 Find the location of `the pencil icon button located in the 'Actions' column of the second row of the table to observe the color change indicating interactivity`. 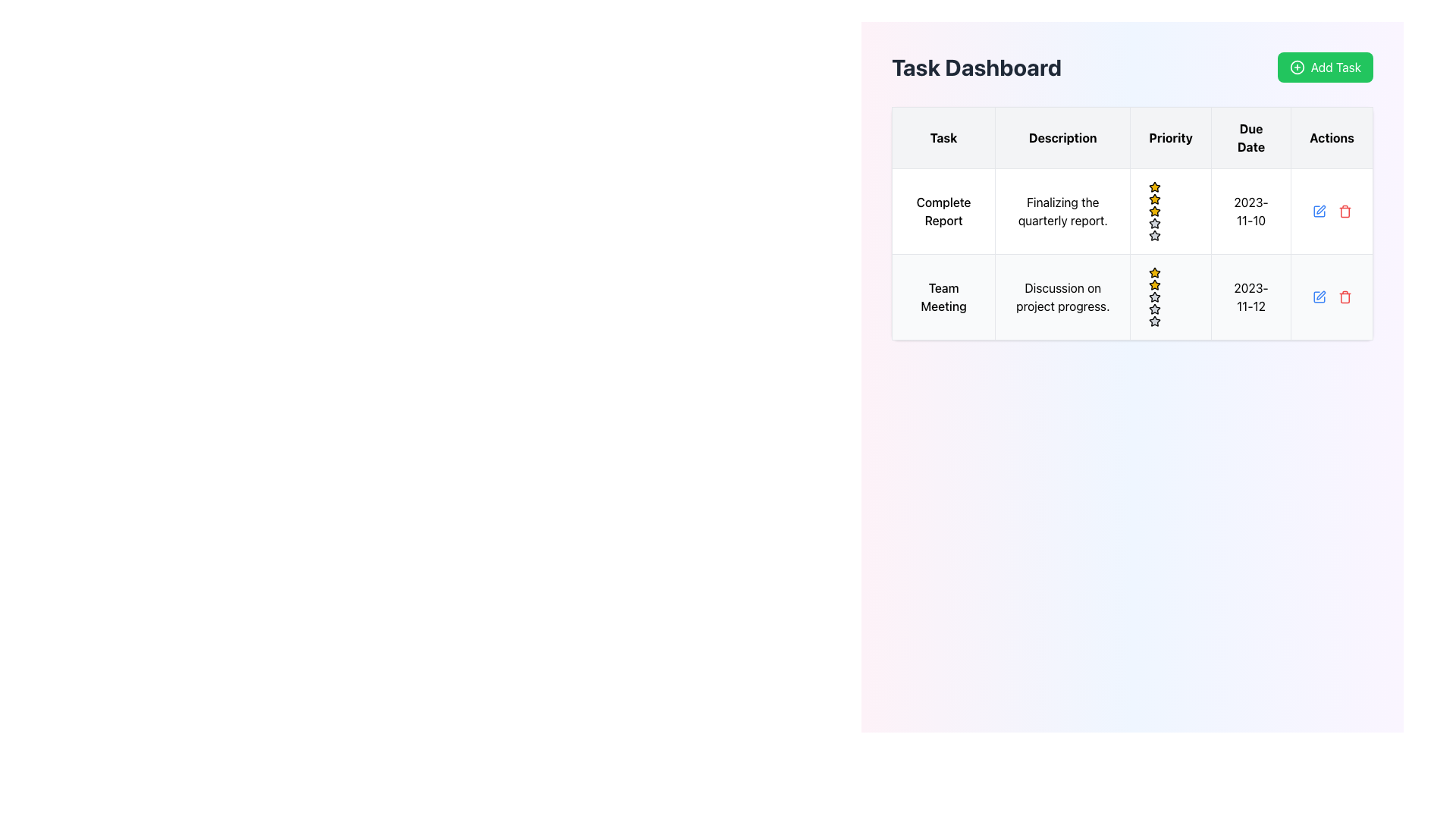

the pencil icon button located in the 'Actions' column of the second row of the table to observe the color change indicating interactivity is located at coordinates (1318, 211).